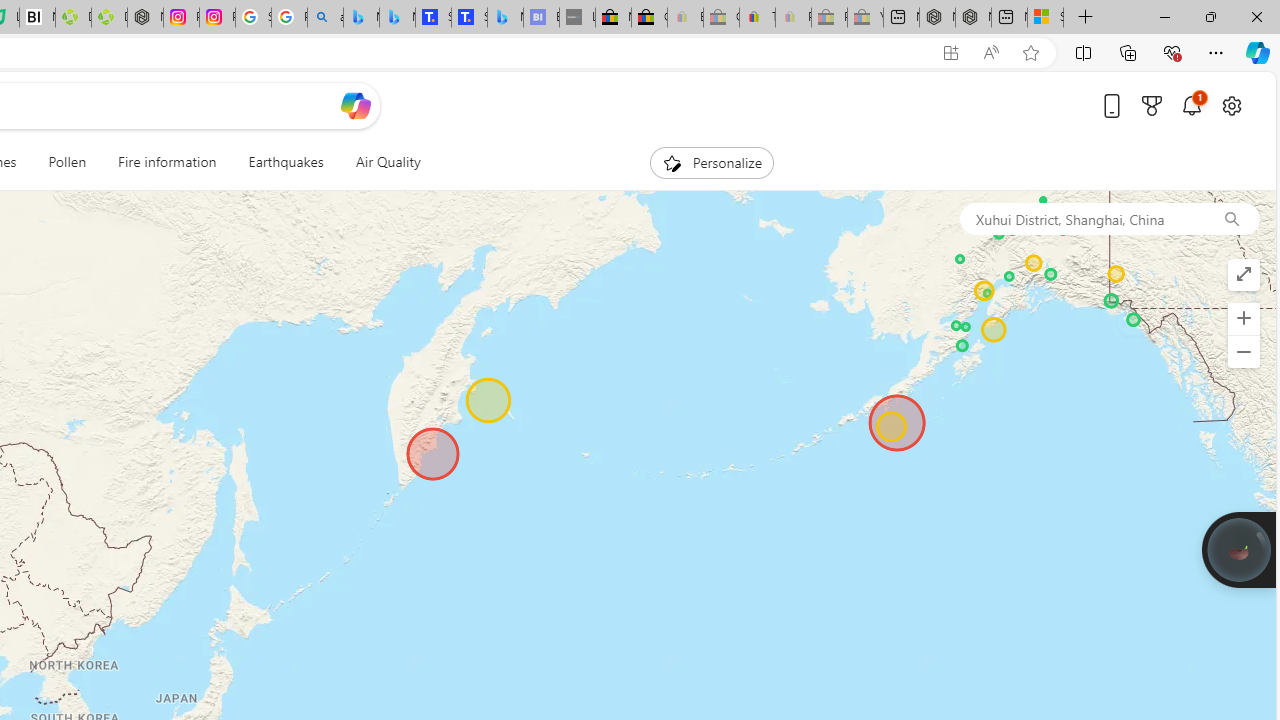  What do you see at coordinates (144, 17) in the screenshot?
I see `'Nordace - Nordace Edin Collection'` at bounding box center [144, 17].